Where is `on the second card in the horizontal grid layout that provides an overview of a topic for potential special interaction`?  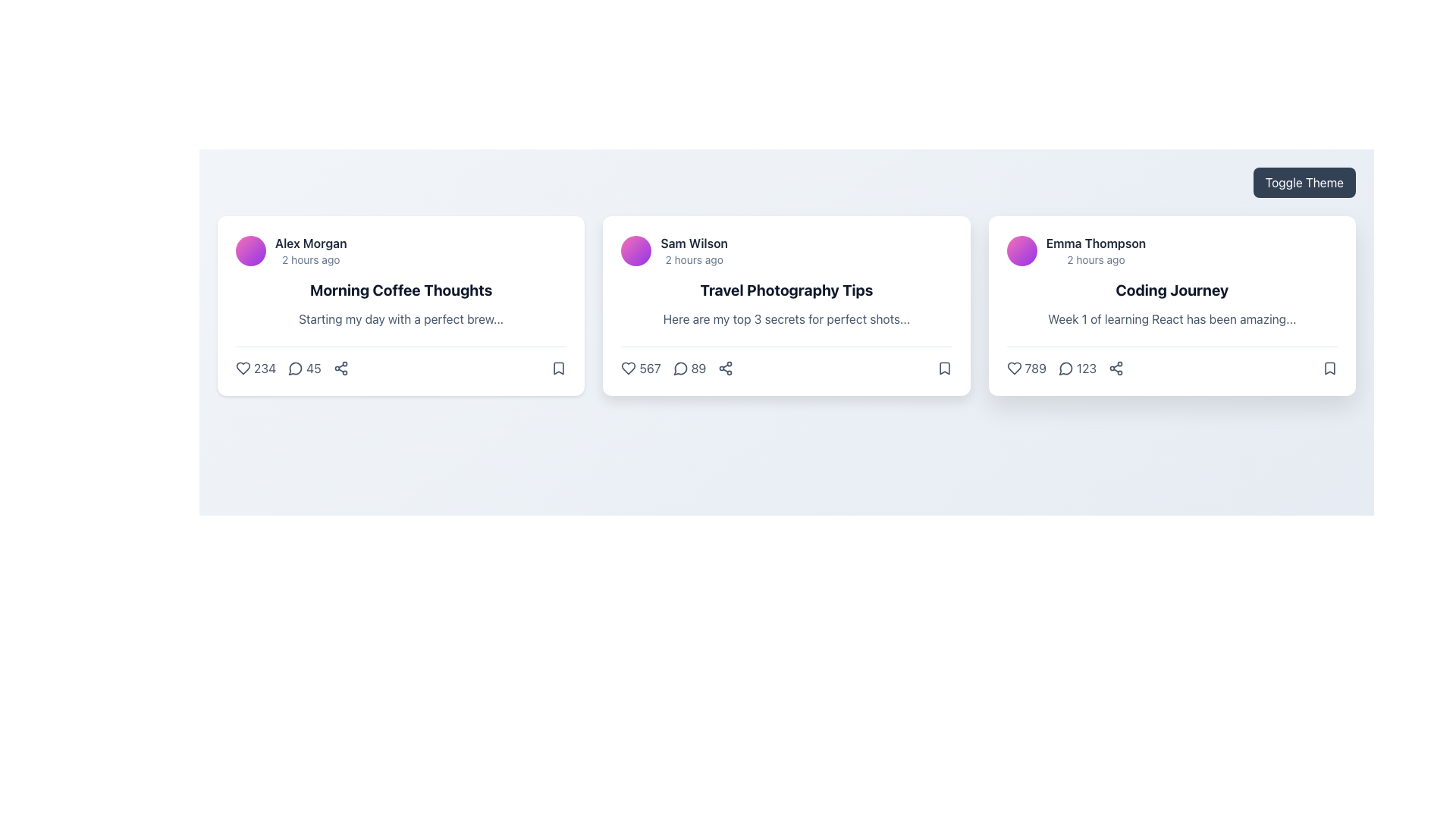
on the second card in the horizontal grid layout that provides an overview of a topic for potential special interaction is located at coordinates (786, 306).